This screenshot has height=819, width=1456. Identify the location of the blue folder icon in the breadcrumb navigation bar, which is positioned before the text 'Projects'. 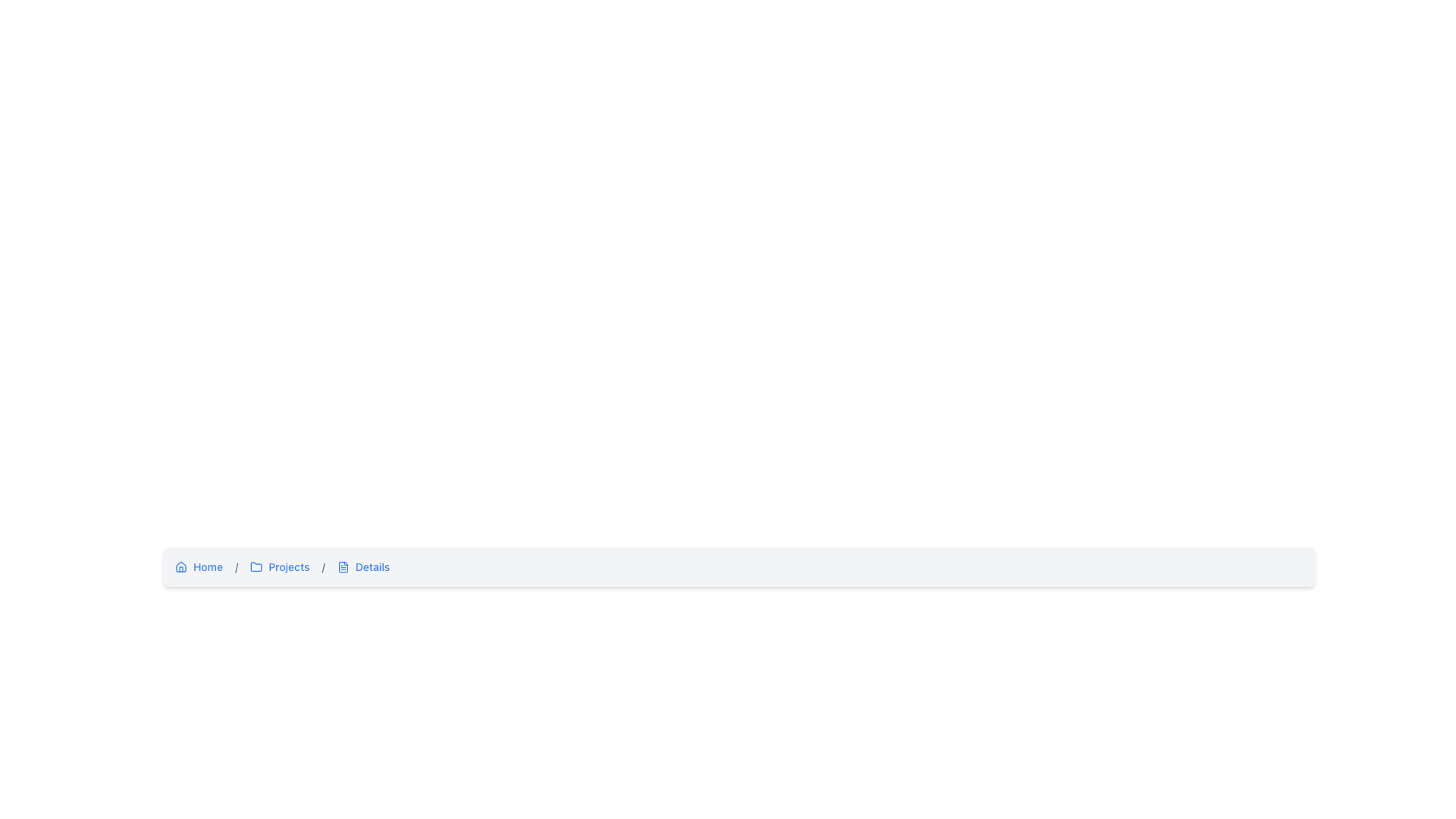
(256, 567).